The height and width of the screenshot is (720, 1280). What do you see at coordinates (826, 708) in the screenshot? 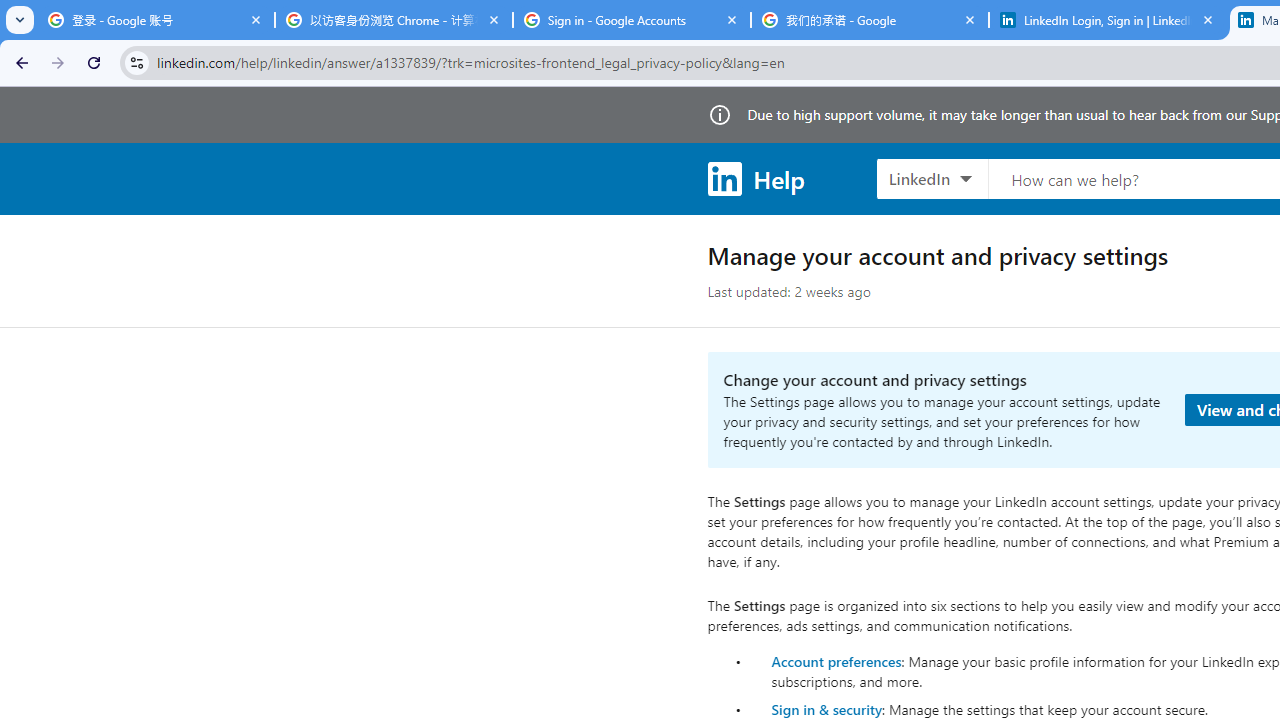
I see `'Sign in & security'` at bounding box center [826, 708].